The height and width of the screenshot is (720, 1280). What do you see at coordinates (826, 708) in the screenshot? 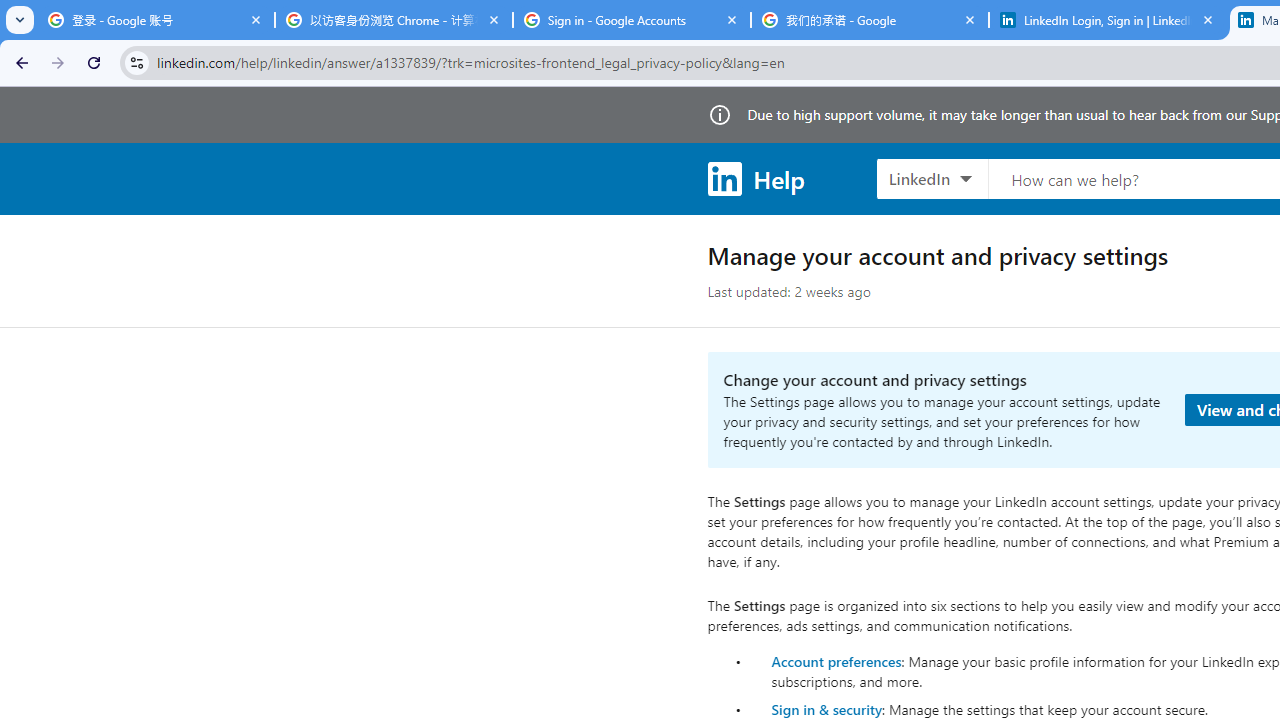
I see `'Sign in & security'` at bounding box center [826, 708].